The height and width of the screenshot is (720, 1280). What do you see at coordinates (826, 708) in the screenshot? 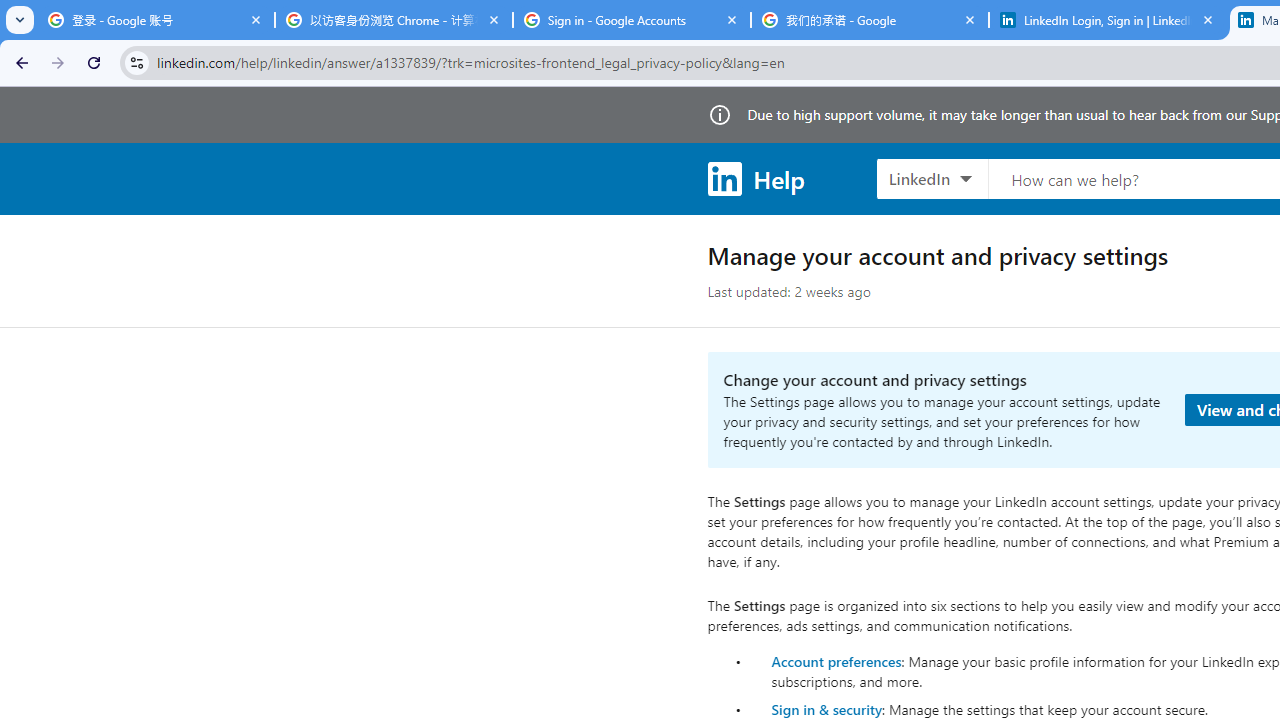
I see `'Sign in & security'` at bounding box center [826, 708].